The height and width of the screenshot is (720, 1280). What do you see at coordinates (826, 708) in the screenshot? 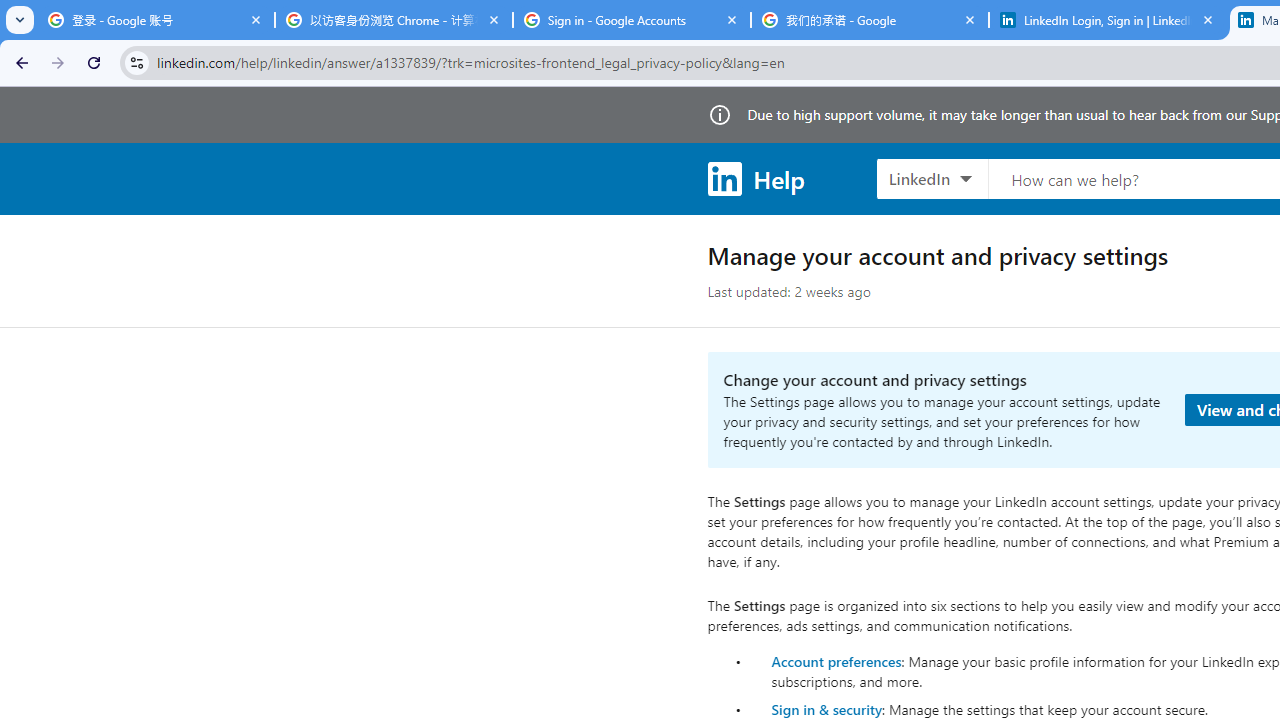
I see `'Sign in & security'` at bounding box center [826, 708].